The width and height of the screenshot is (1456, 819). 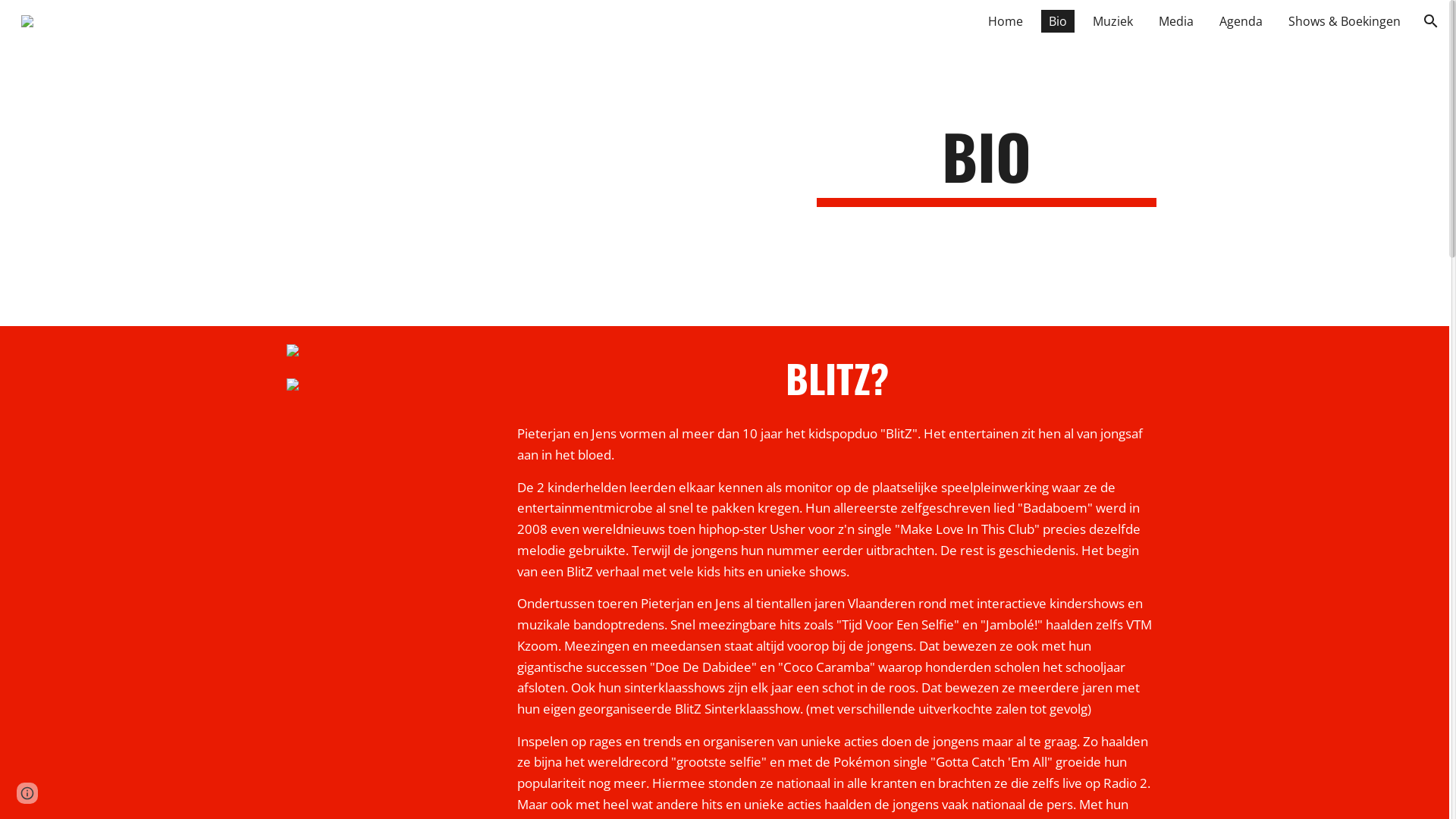 What do you see at coordinates (1344, 20) in the screenshot?
I see `'Shows & Boekingen'` at bounding box center [1344, 20].